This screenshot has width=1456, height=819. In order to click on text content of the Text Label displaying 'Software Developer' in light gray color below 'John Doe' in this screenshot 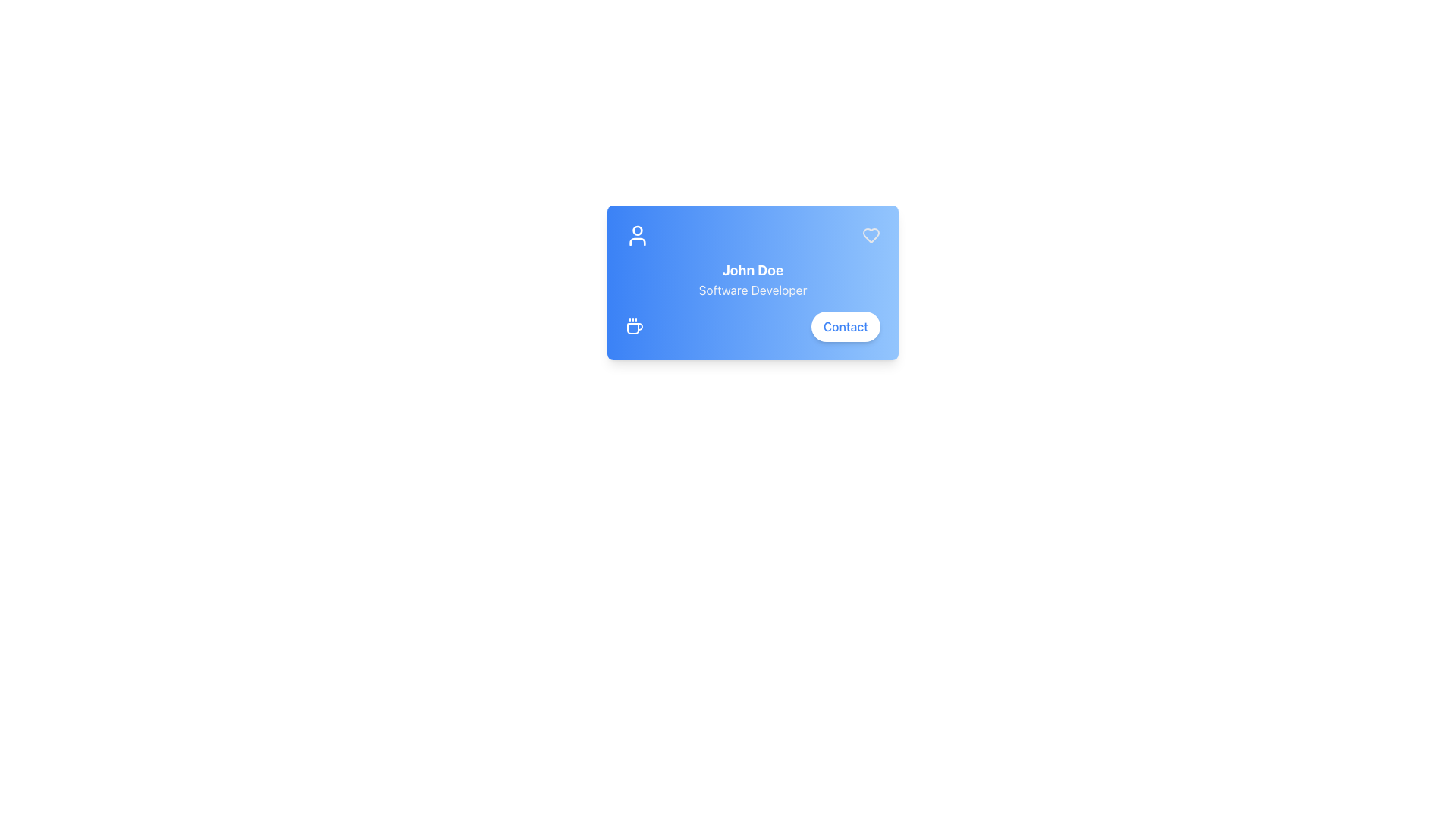, I will do `click(753, 290)`.